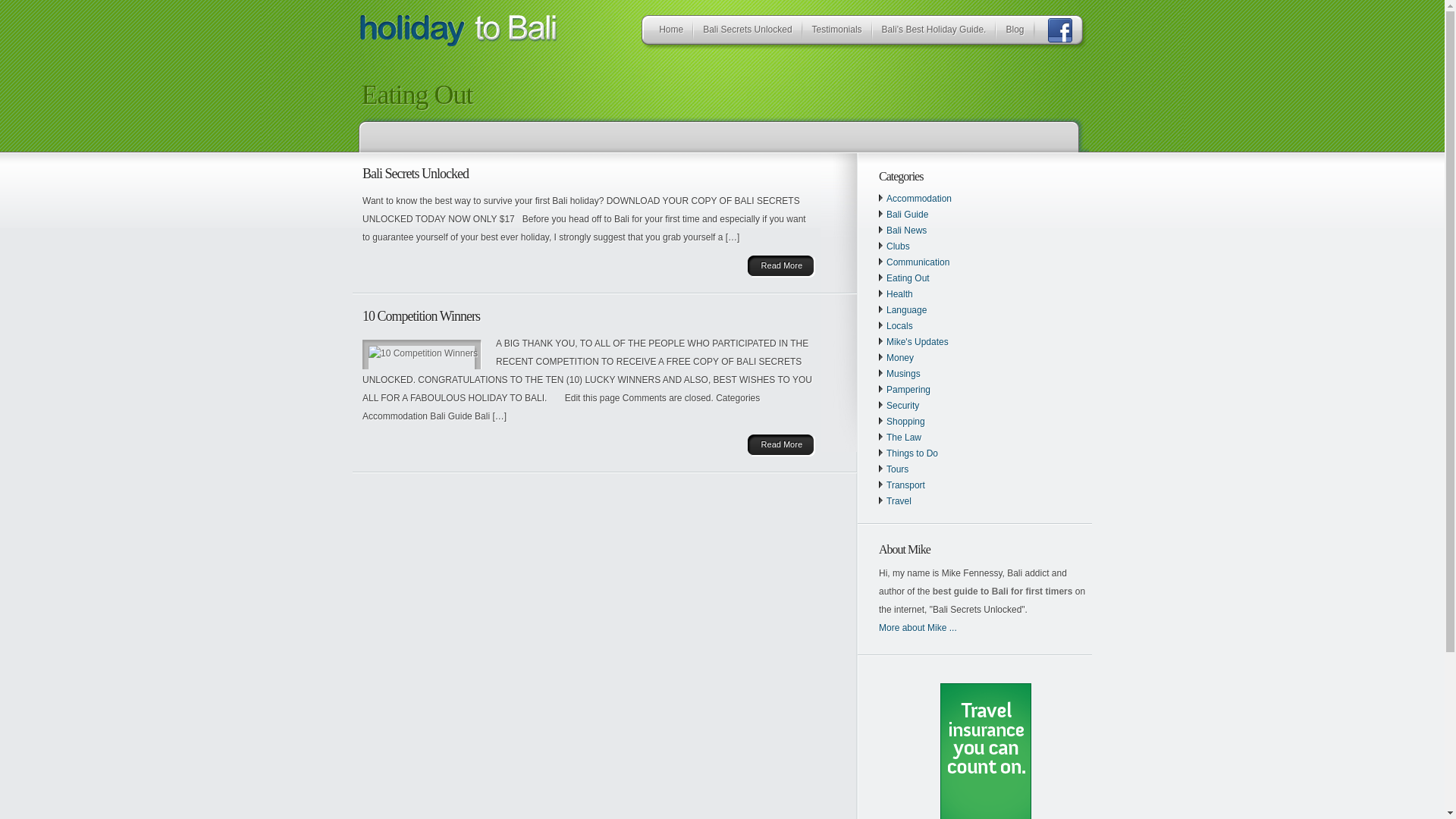 This screenshot has height=819, width=1456. Describe the element at coordinates (917, 262) in the screenshot. I see `'Communication'` at that location.